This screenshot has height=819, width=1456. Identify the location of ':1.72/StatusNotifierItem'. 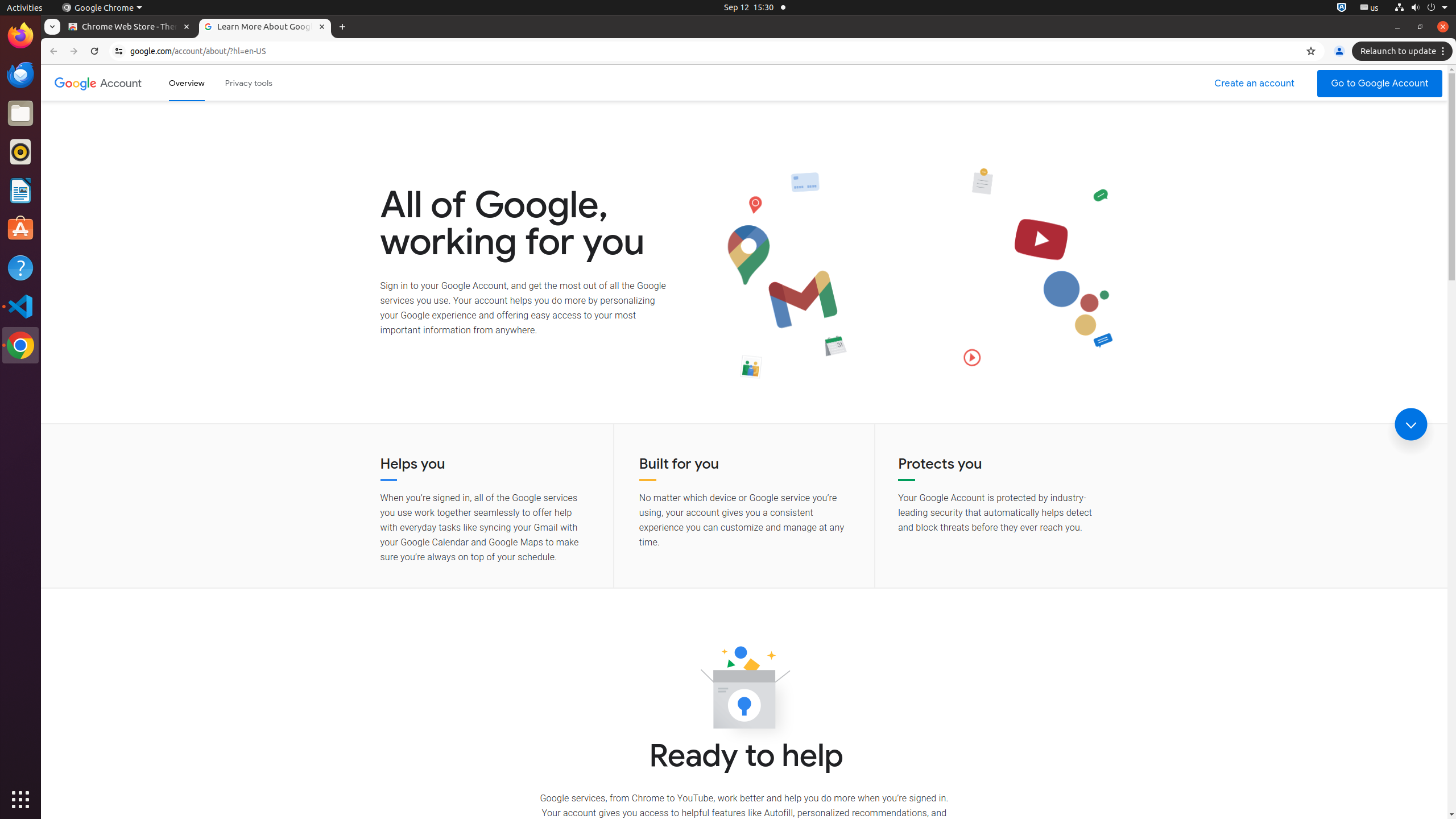
(1342, 7).